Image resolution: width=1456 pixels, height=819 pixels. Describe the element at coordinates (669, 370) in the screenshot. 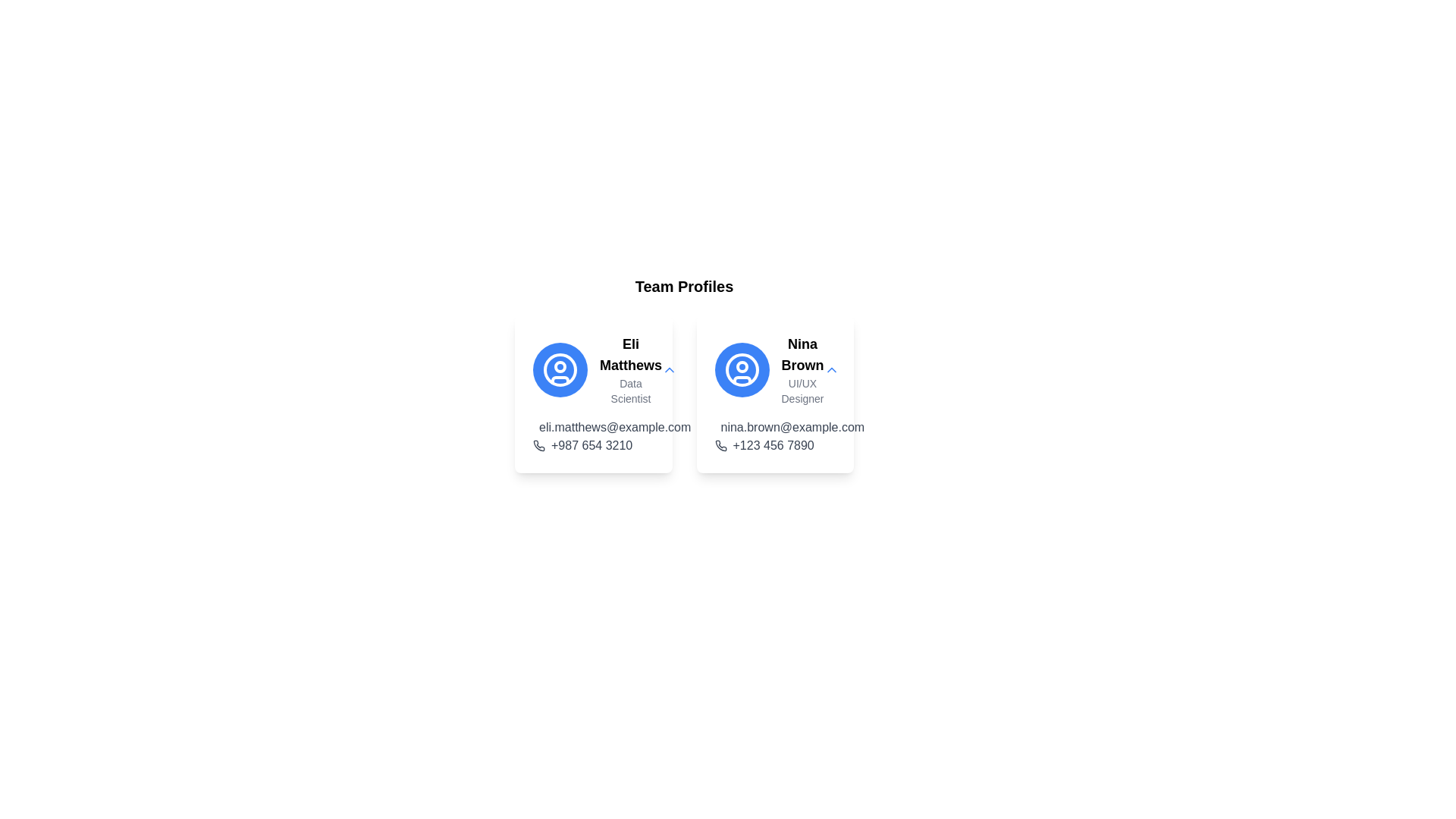

I see `the upward pointing blue triangular chevron icon located to the right of the text 'Data Scientist' in the profile information of 'Eli Matthews'` at that location.